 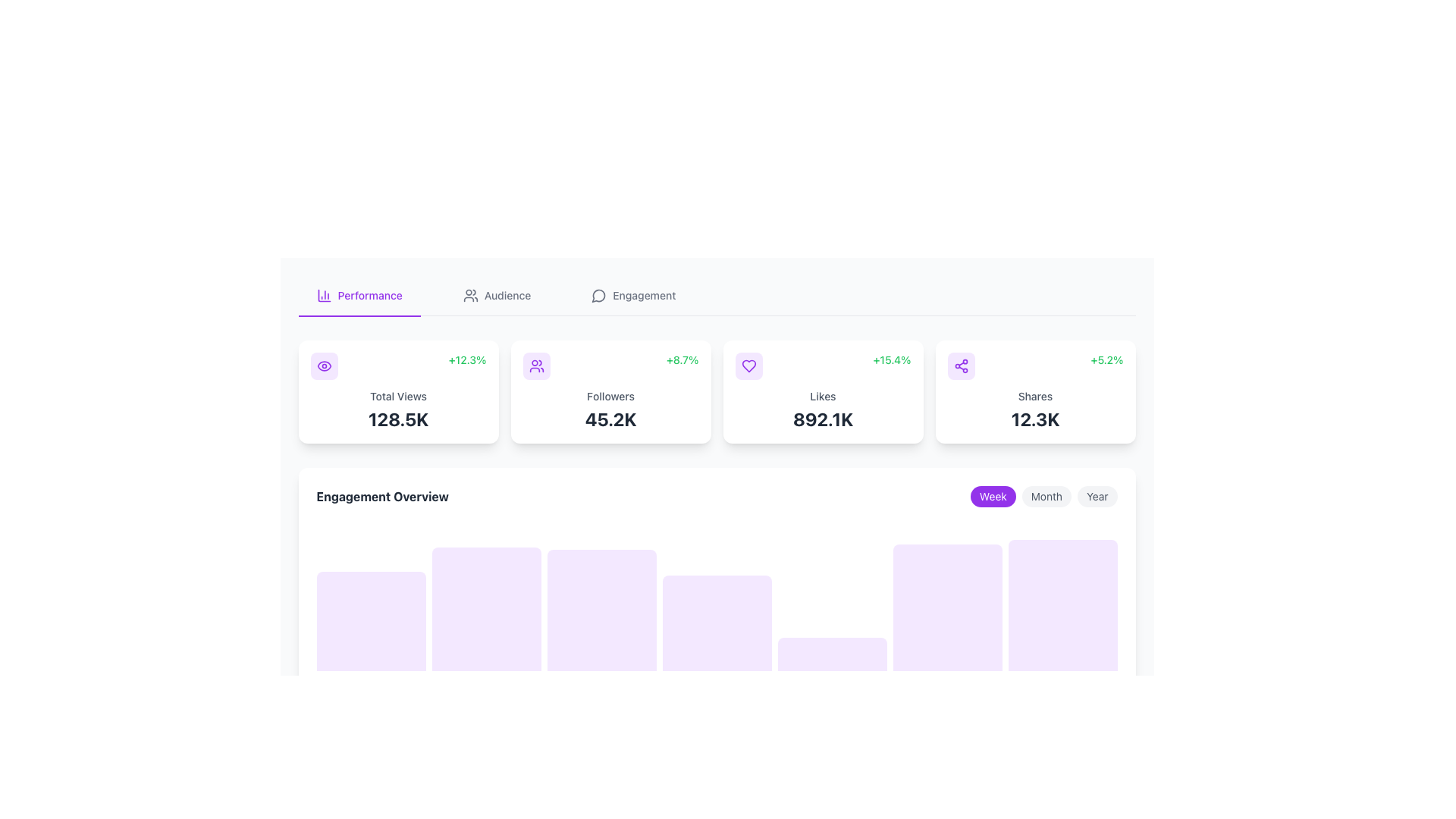 What do you see at coordinates (822, 391) in the screenshot?
I see `the statistical data card that has a white background, rounded corners, a purple heart icon, a green percentage indicator '+15.4%', the label 'Likes' in gray, and bold text '892.1K' for additional details` at bounding box center [822, 391].